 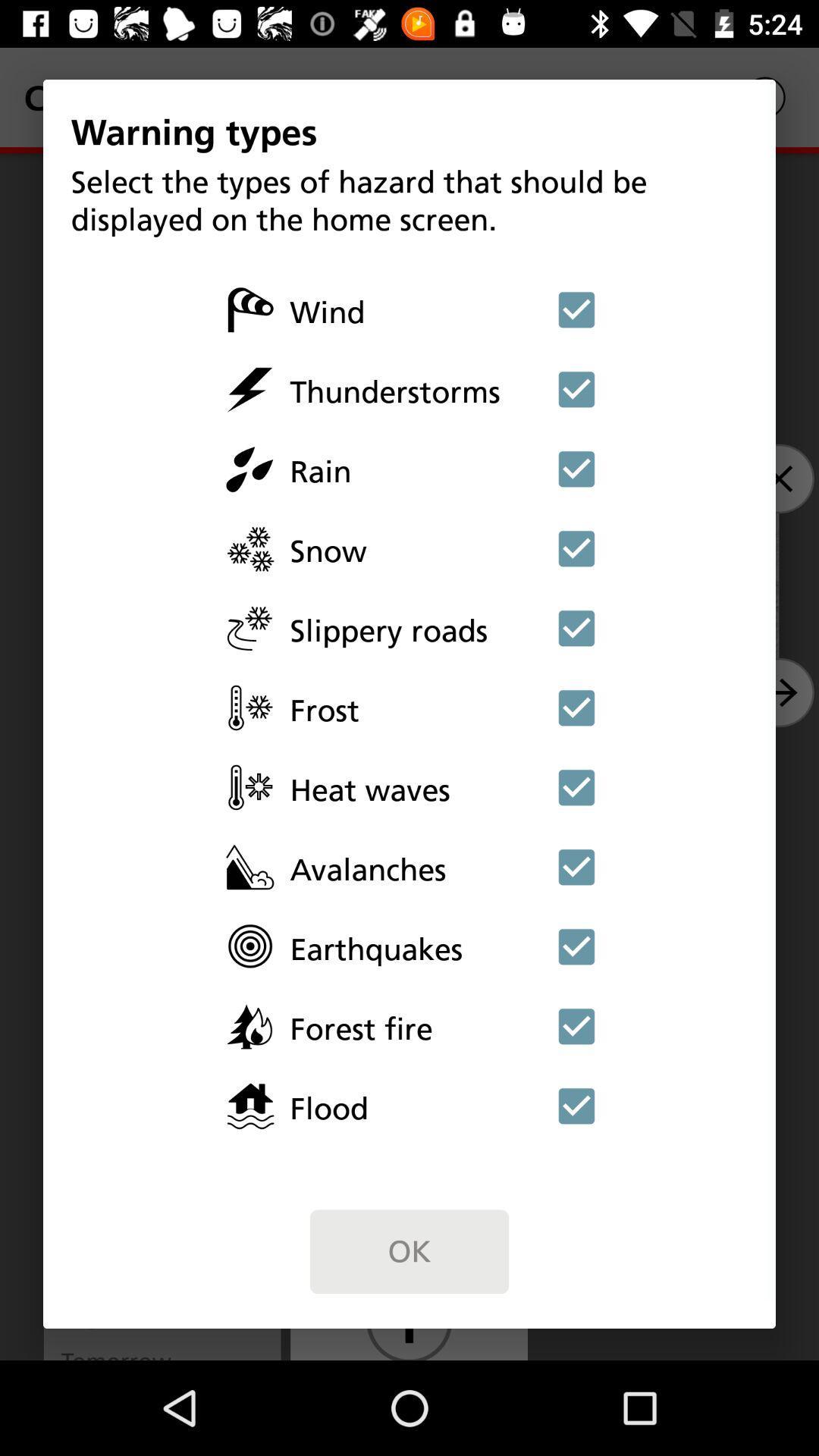 What do you see at coordinates (576, 628) in the screenshot?
I see `choose` at bounding box center [576, 628].